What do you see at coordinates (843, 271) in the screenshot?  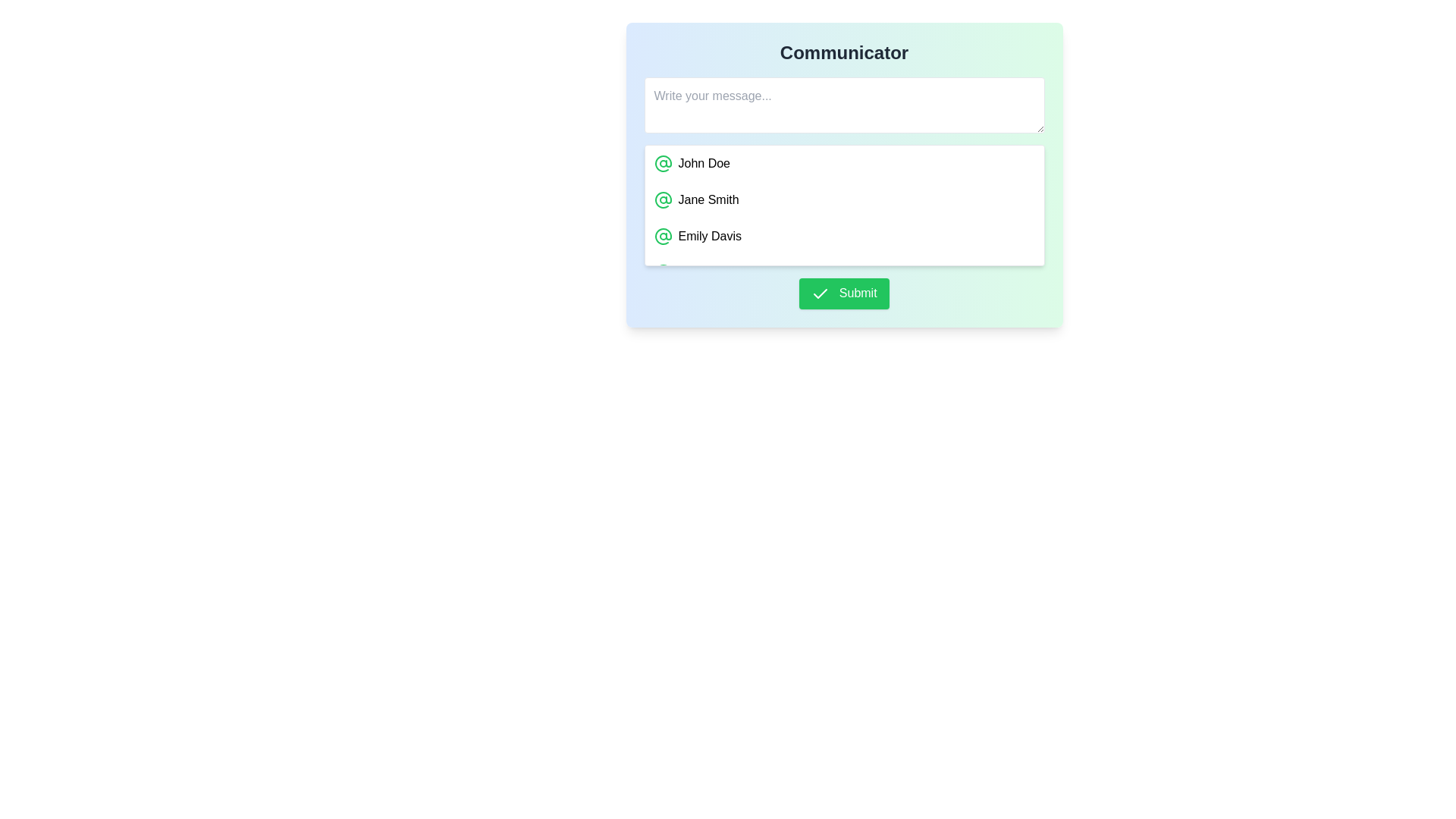 I see `the selectable list item displaying 'Michael Brown'` at bounding box center [843, 271].